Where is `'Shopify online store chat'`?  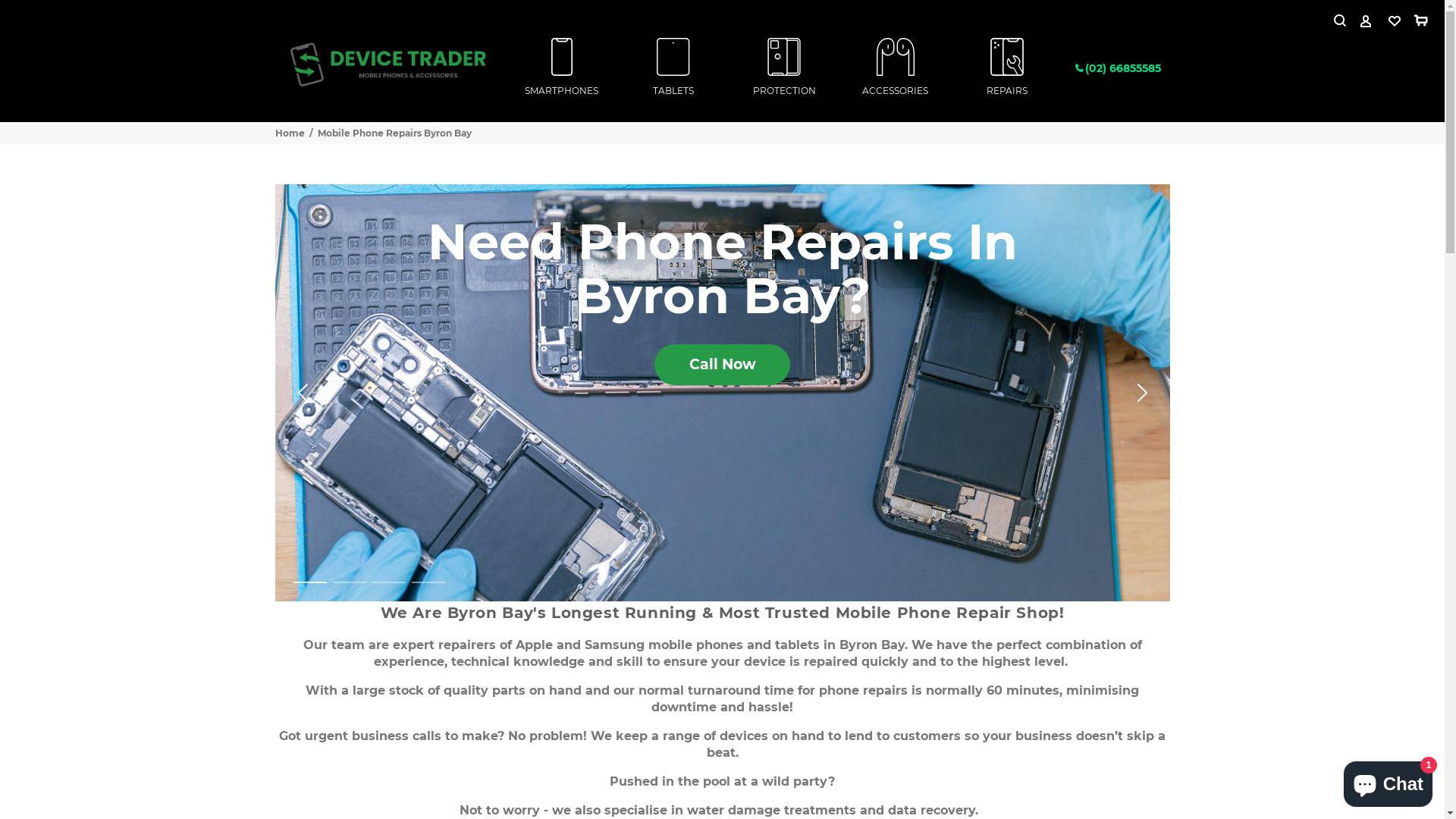 'Shopify online store chat' is located at coordinates (1388, 780).